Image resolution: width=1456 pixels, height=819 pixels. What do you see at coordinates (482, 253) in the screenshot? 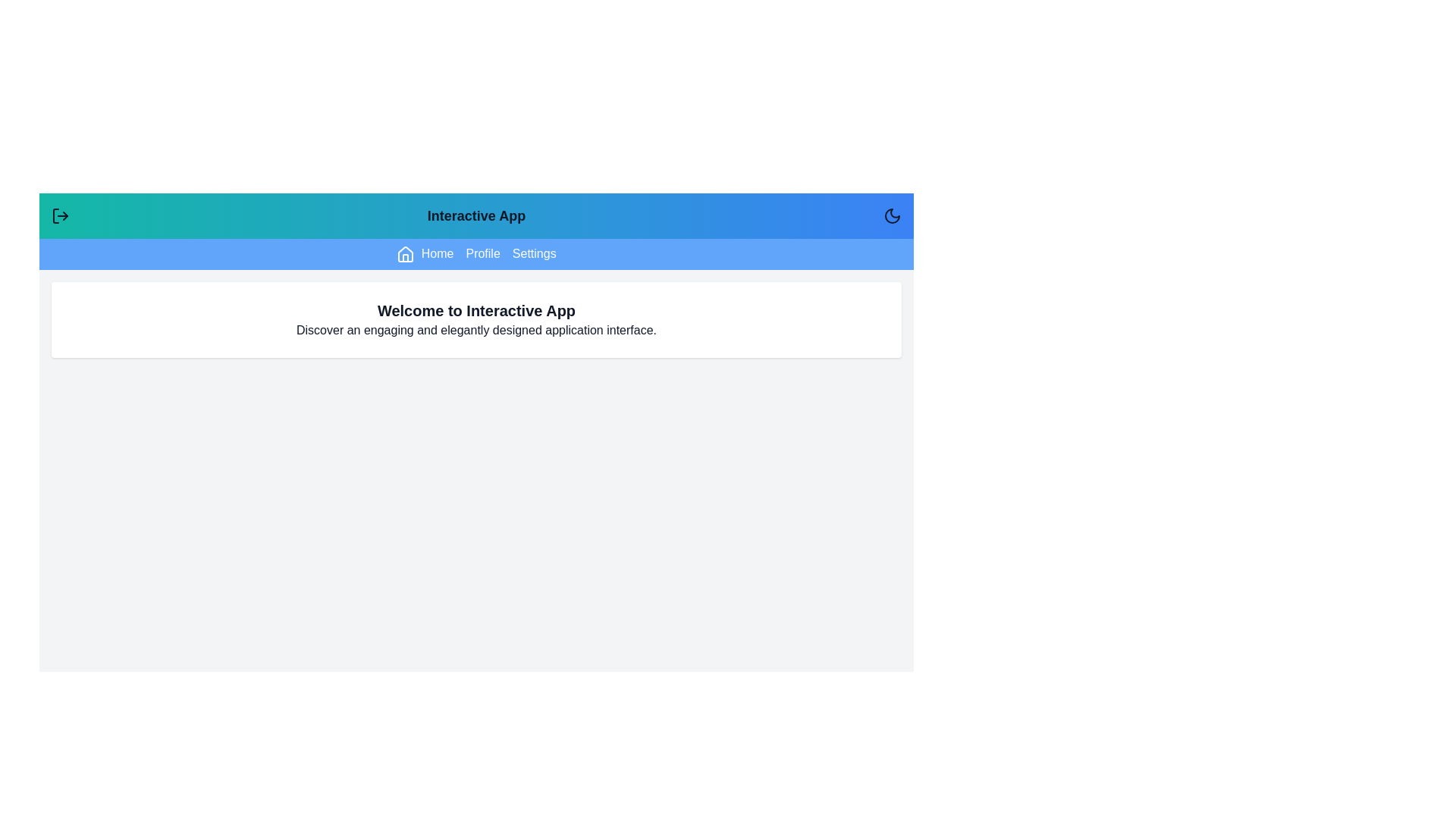
I see `the Profile button in the navigation bar to navigate to the Profile section` at bounding box center [482, 253].